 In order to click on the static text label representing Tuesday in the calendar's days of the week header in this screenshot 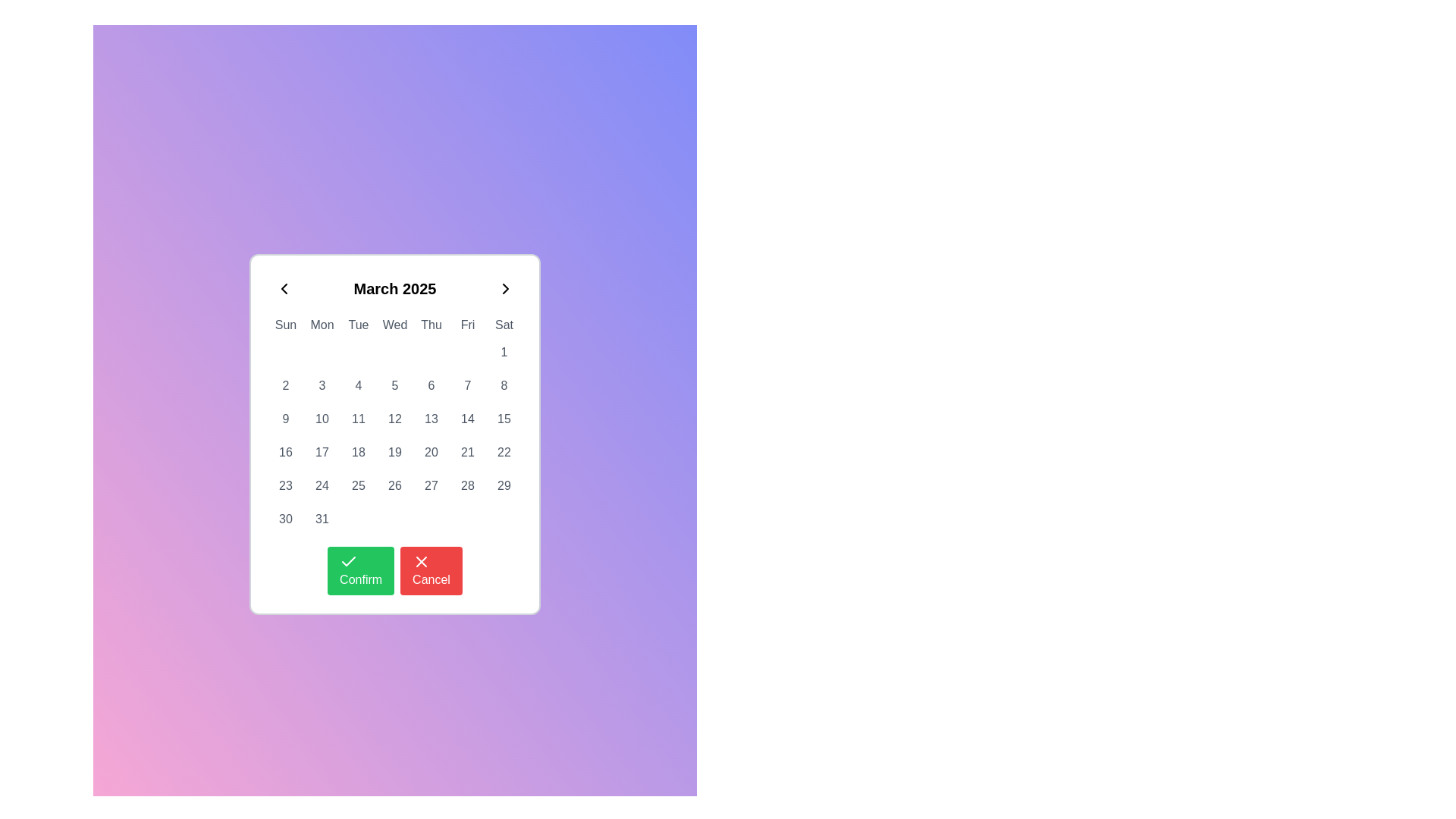, I will do `click(358, 324)`.